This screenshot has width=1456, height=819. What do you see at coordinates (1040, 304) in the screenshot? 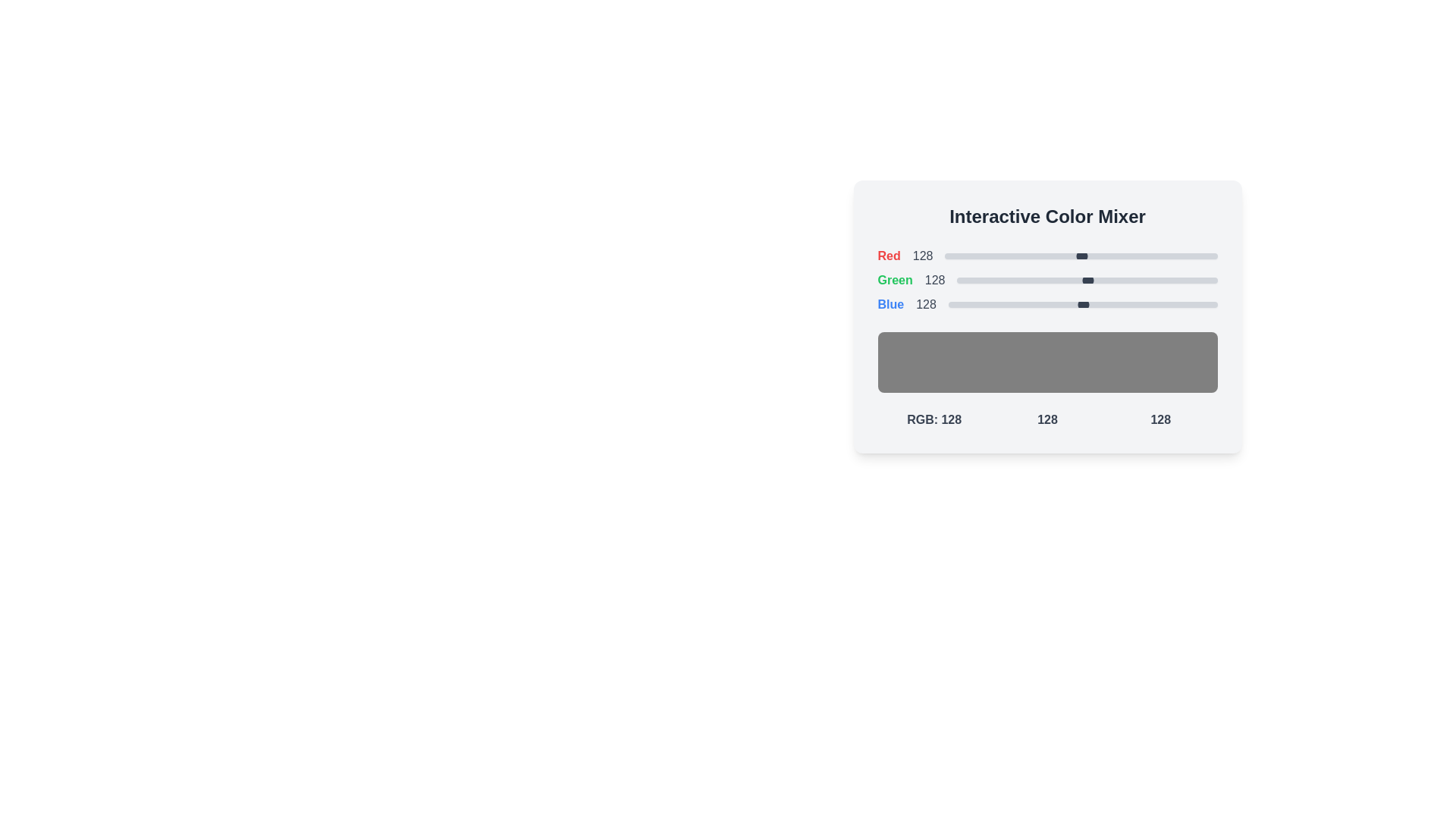
I see `the blue value` at bounding box center [1040, 304].